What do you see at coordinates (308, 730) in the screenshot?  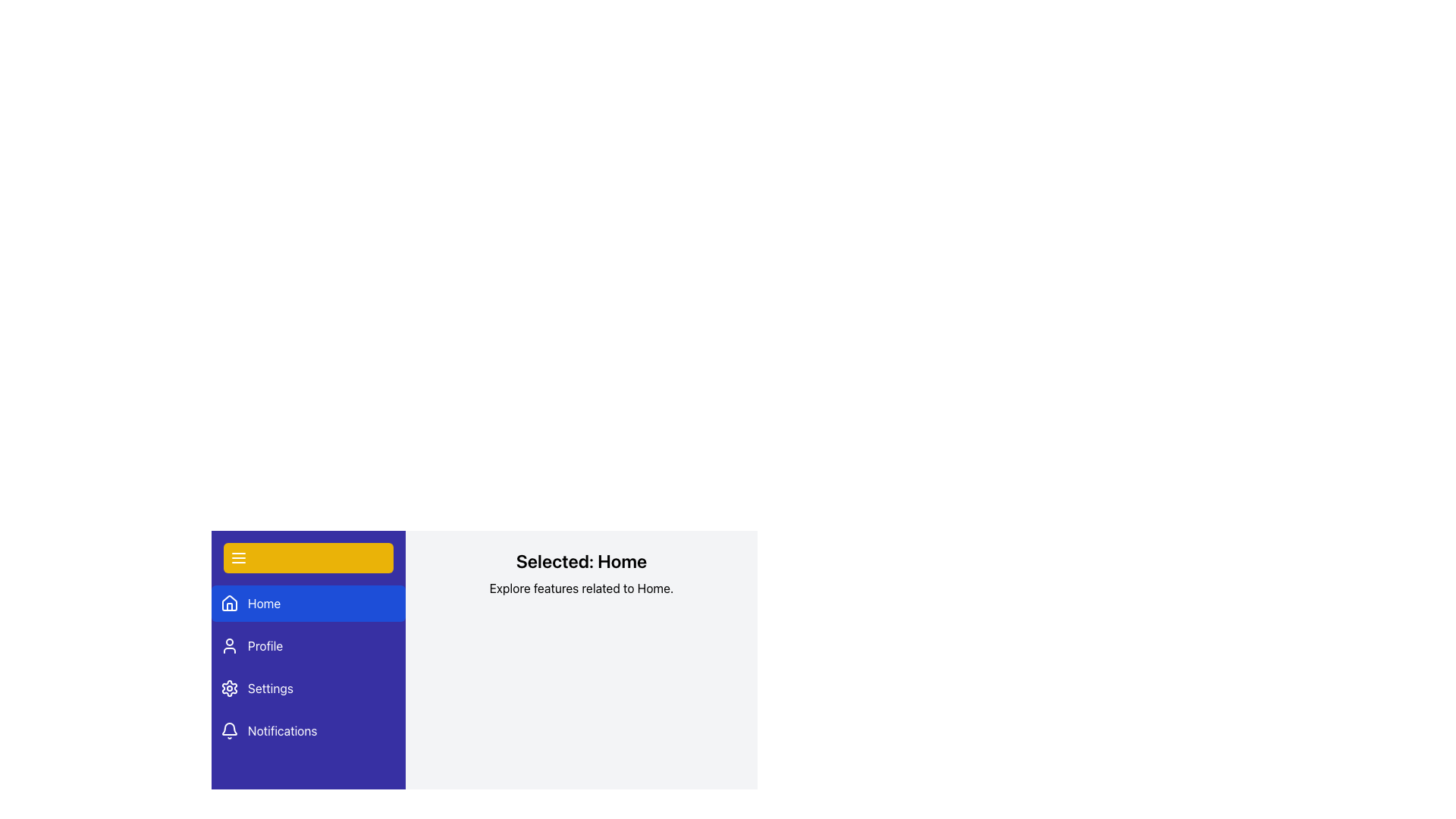 I see `the fourth item in the vertical navigation menu, located below the 'Settings' menu item` at bounding box center [308, 730].